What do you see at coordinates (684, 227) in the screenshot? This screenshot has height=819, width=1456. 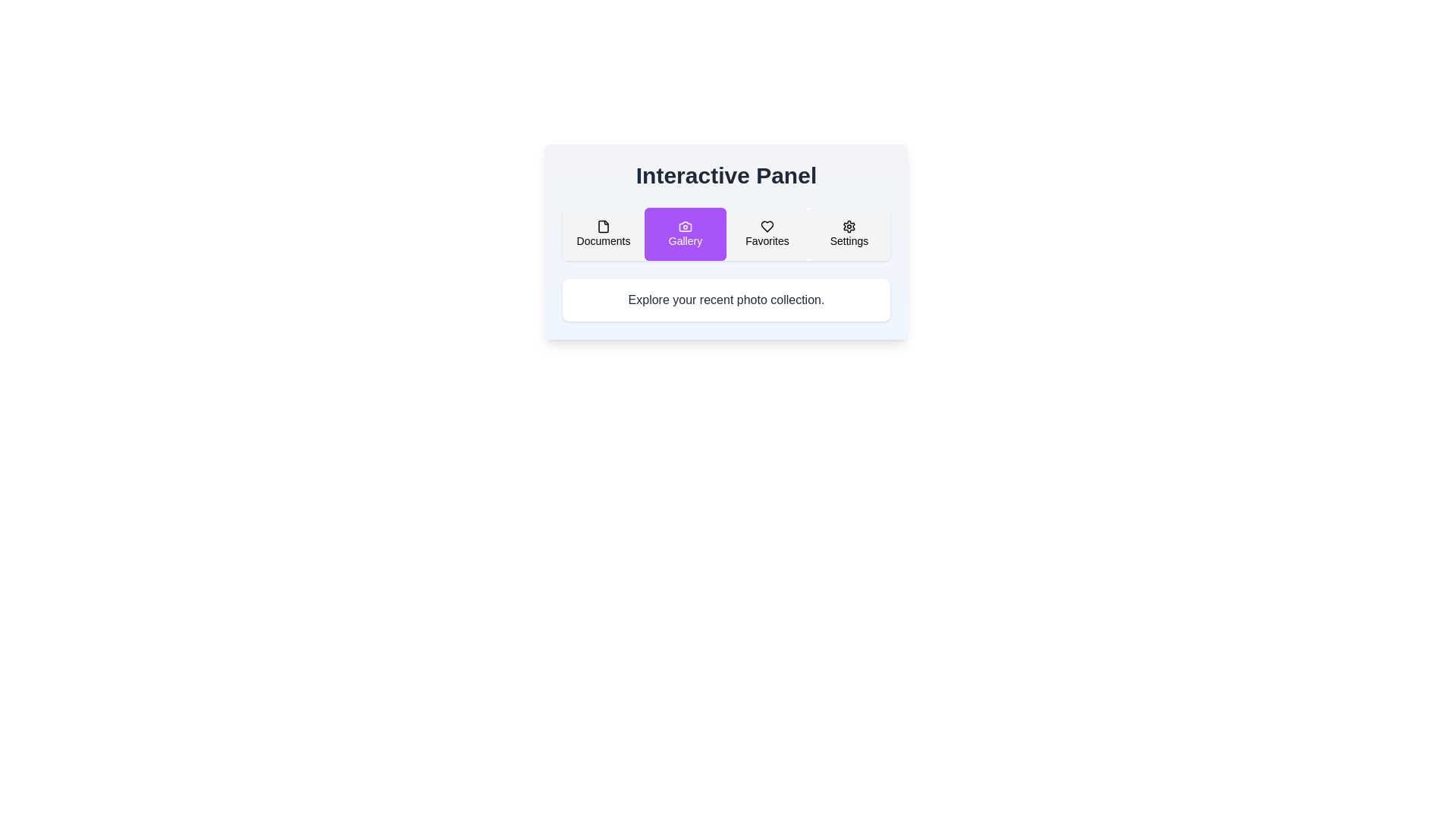 I see `the 'Gallery' button, which is the second button in a horizontal group of four buttons, visually representing a gallery or photo-related feature` at bounding box center [684, 227].